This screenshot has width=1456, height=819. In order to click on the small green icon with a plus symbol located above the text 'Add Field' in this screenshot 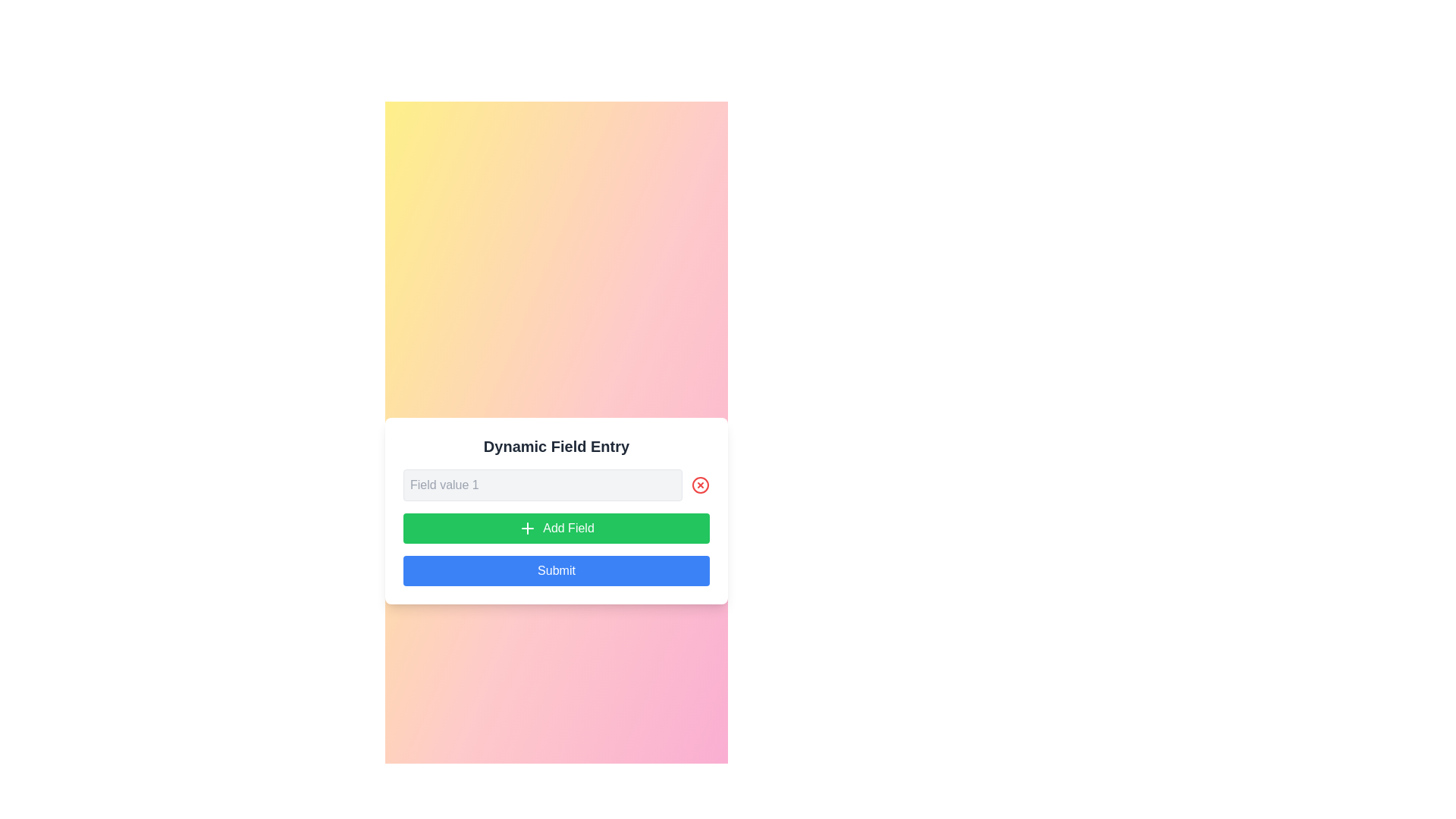, I will do `click(528, 528)`.